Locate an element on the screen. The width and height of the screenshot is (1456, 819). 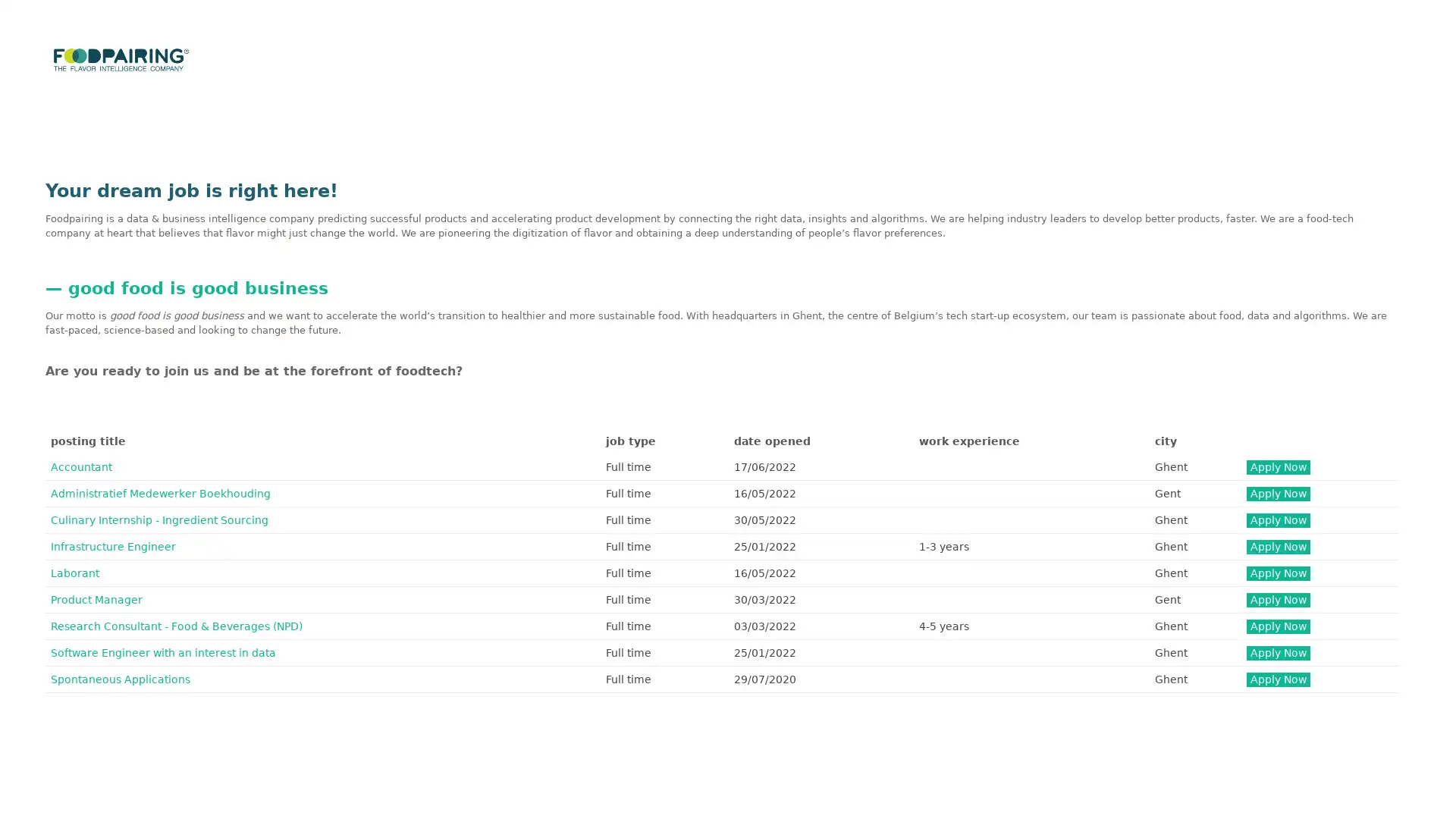
Apply Now is located at coordinates (1276, 573).